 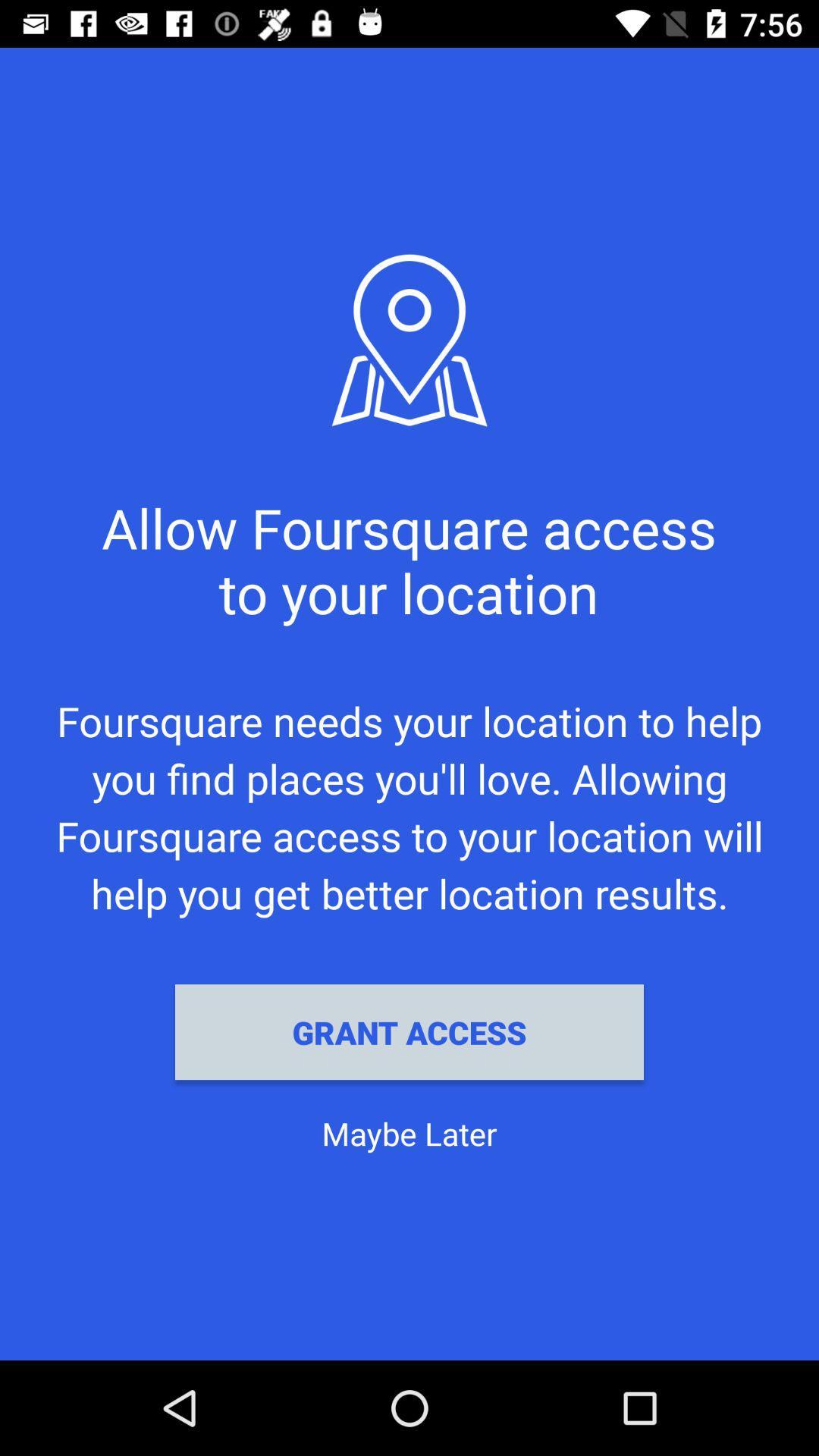 I want to click on grant access icon, so click(x=409, y=1031).